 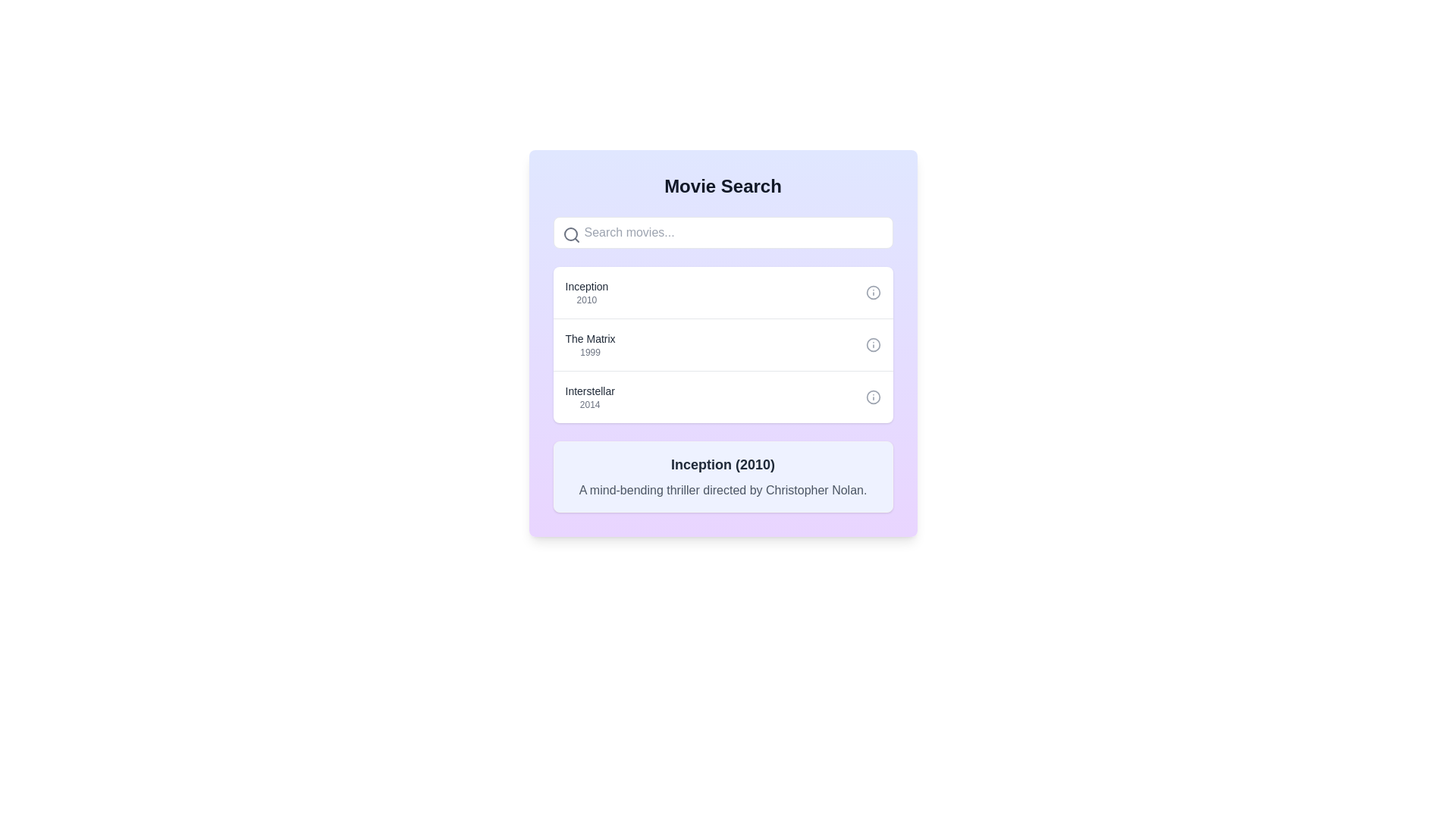 I want to click on to select the movie entry displaying 'The Matrix (1999)' from the list of movies, so click(x=722, y=344).